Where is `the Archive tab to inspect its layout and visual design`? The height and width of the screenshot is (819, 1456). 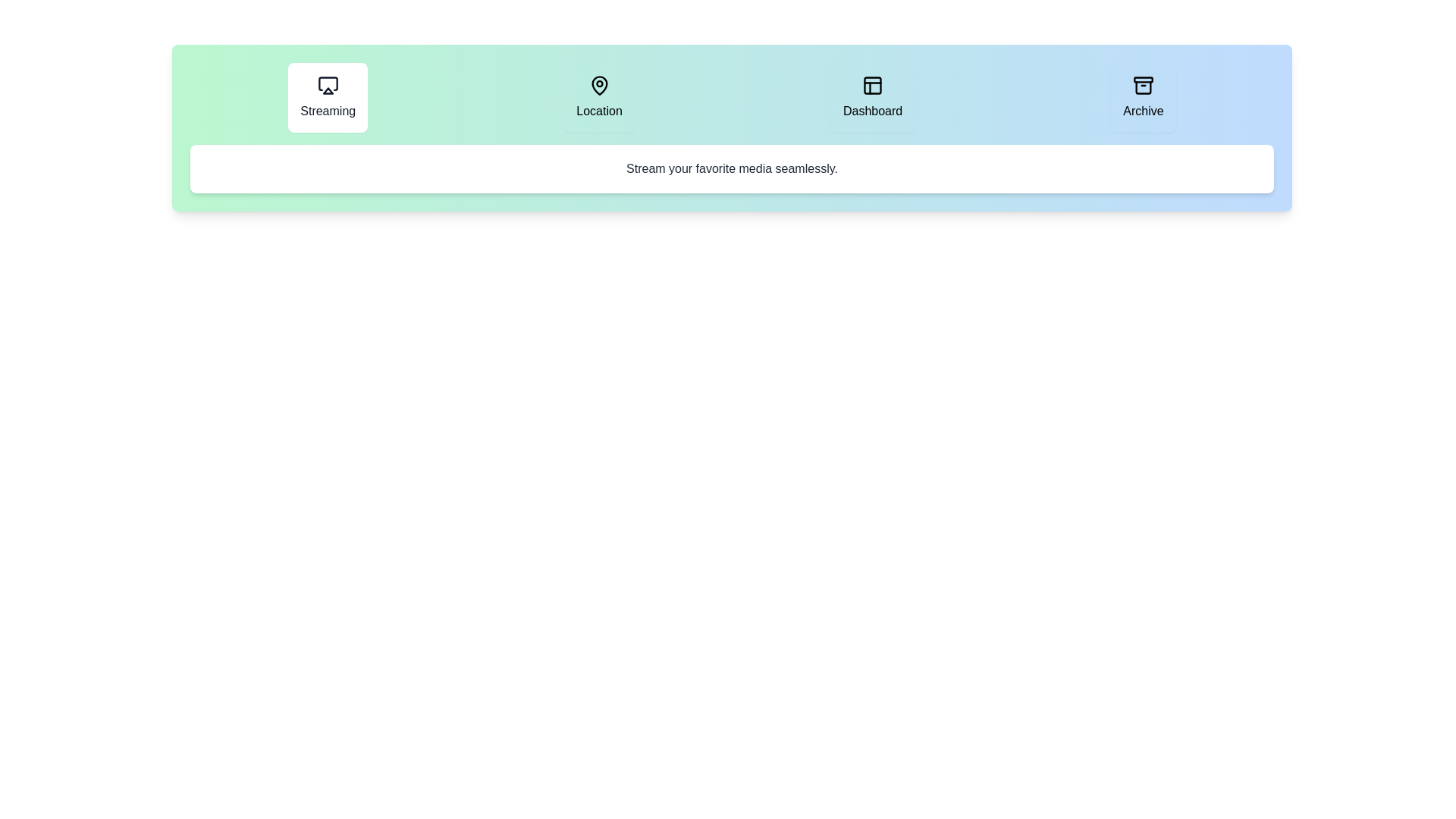
the Archive tab to inspect its layout and visual design is located at coordinates (1143, 97).